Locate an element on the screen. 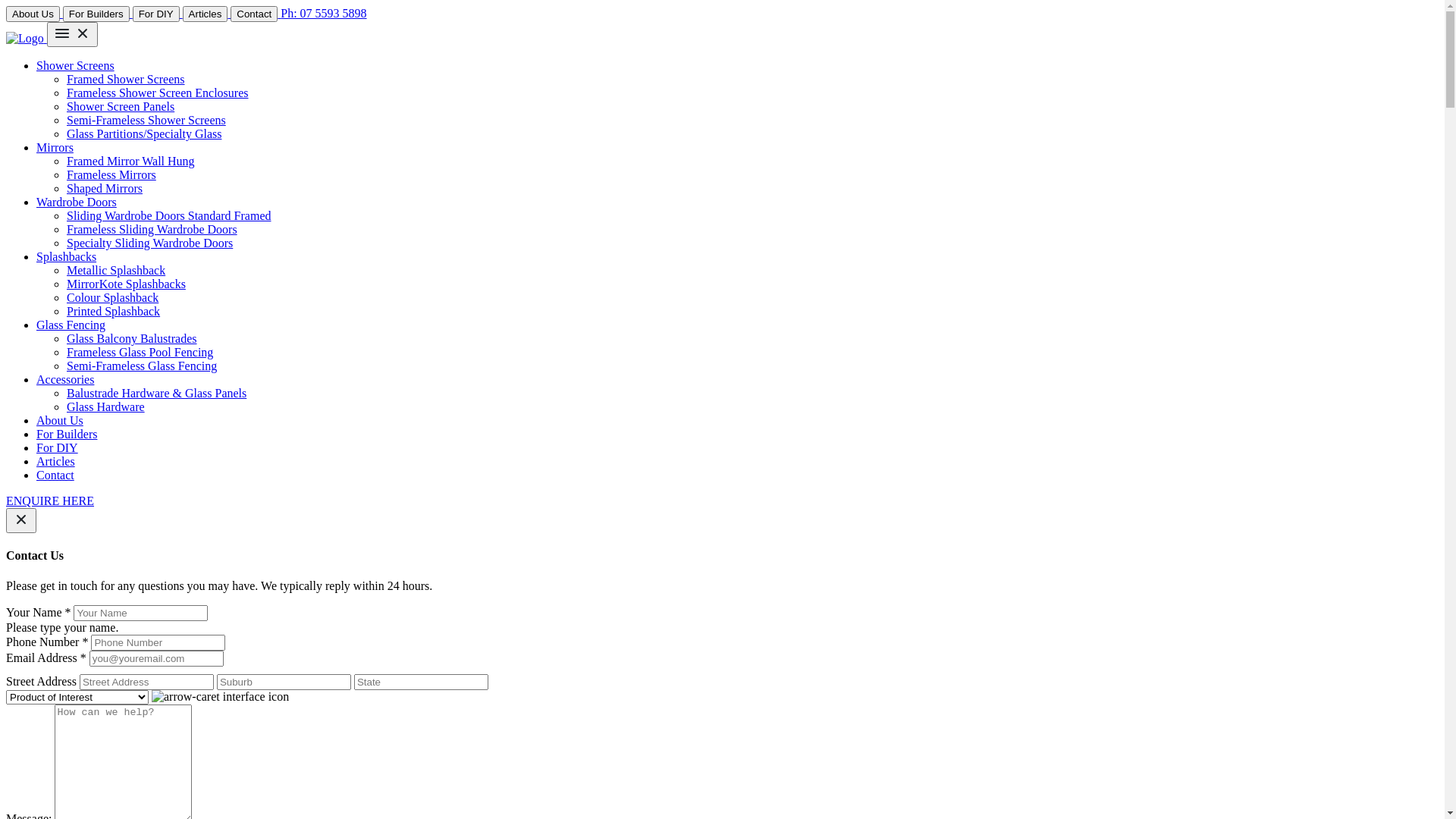 The height and width of the screenshot is (819, 1456). 'Framed Shower Screens' is located at coordinates (126, 79).